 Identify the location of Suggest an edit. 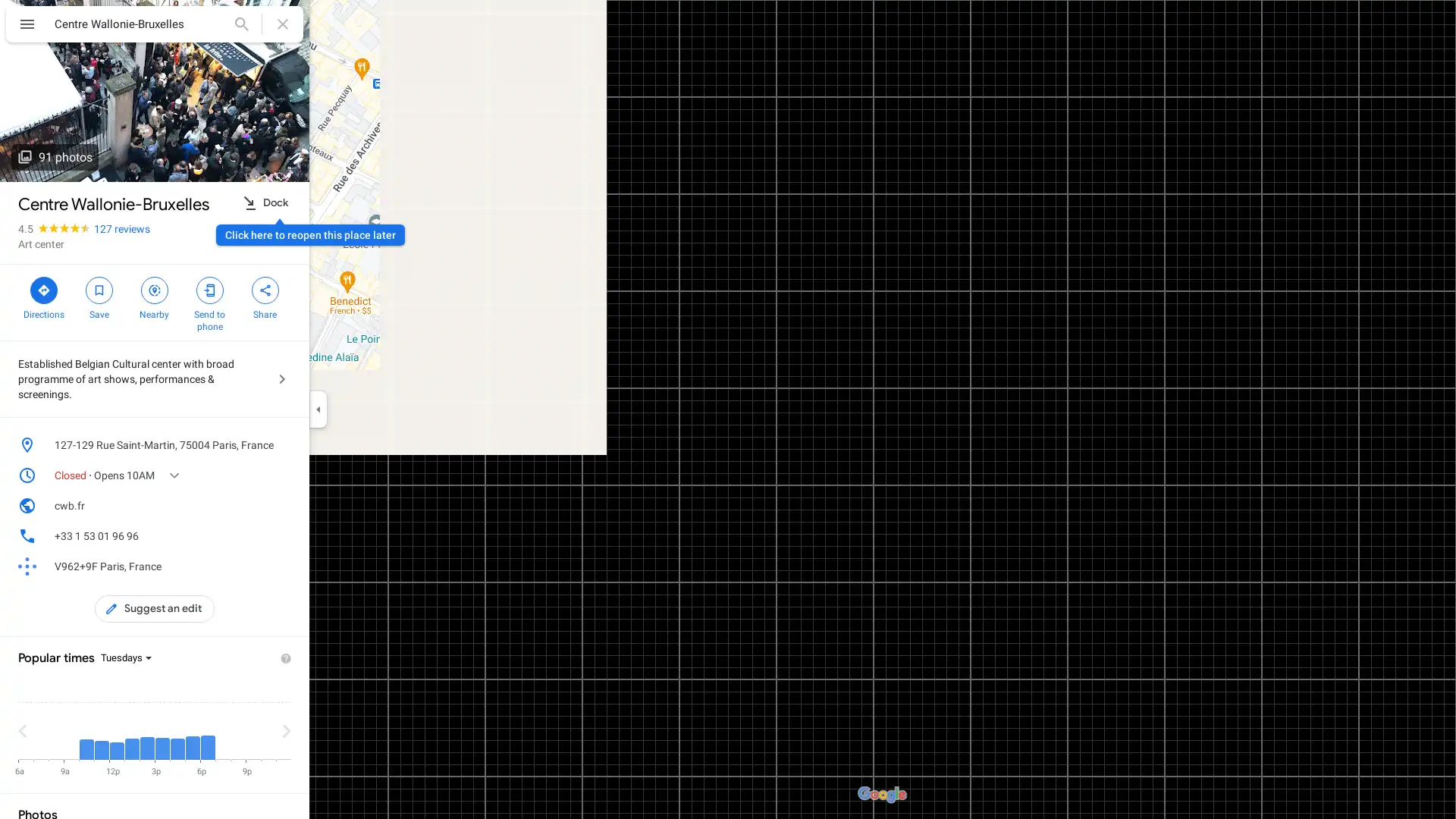
(155, 607).